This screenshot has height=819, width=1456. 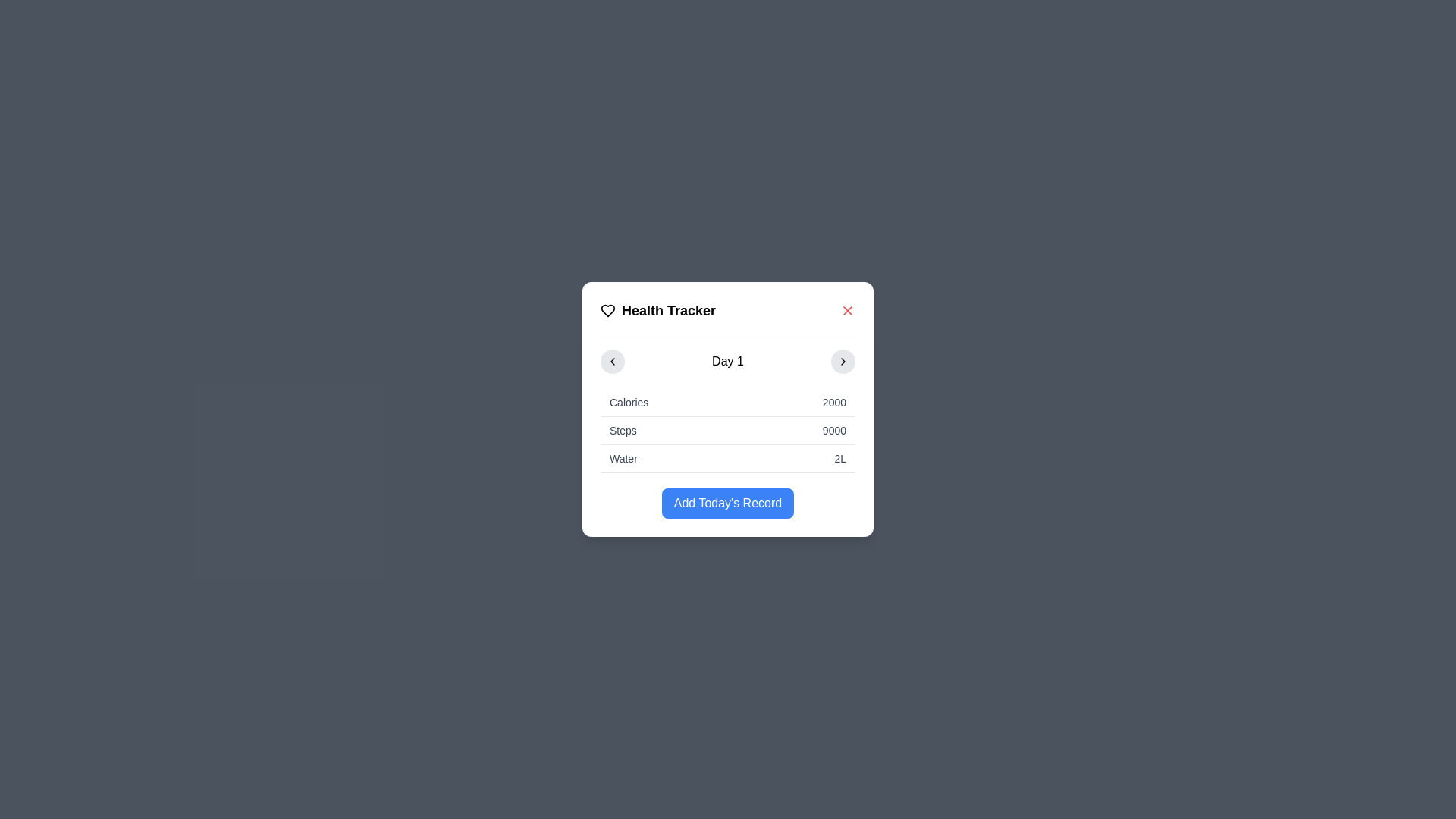 I want to click on the static text label that categorizes the user's step count in the health tracker interface, located to the left of the value '9000', so click(x=623, y=430).